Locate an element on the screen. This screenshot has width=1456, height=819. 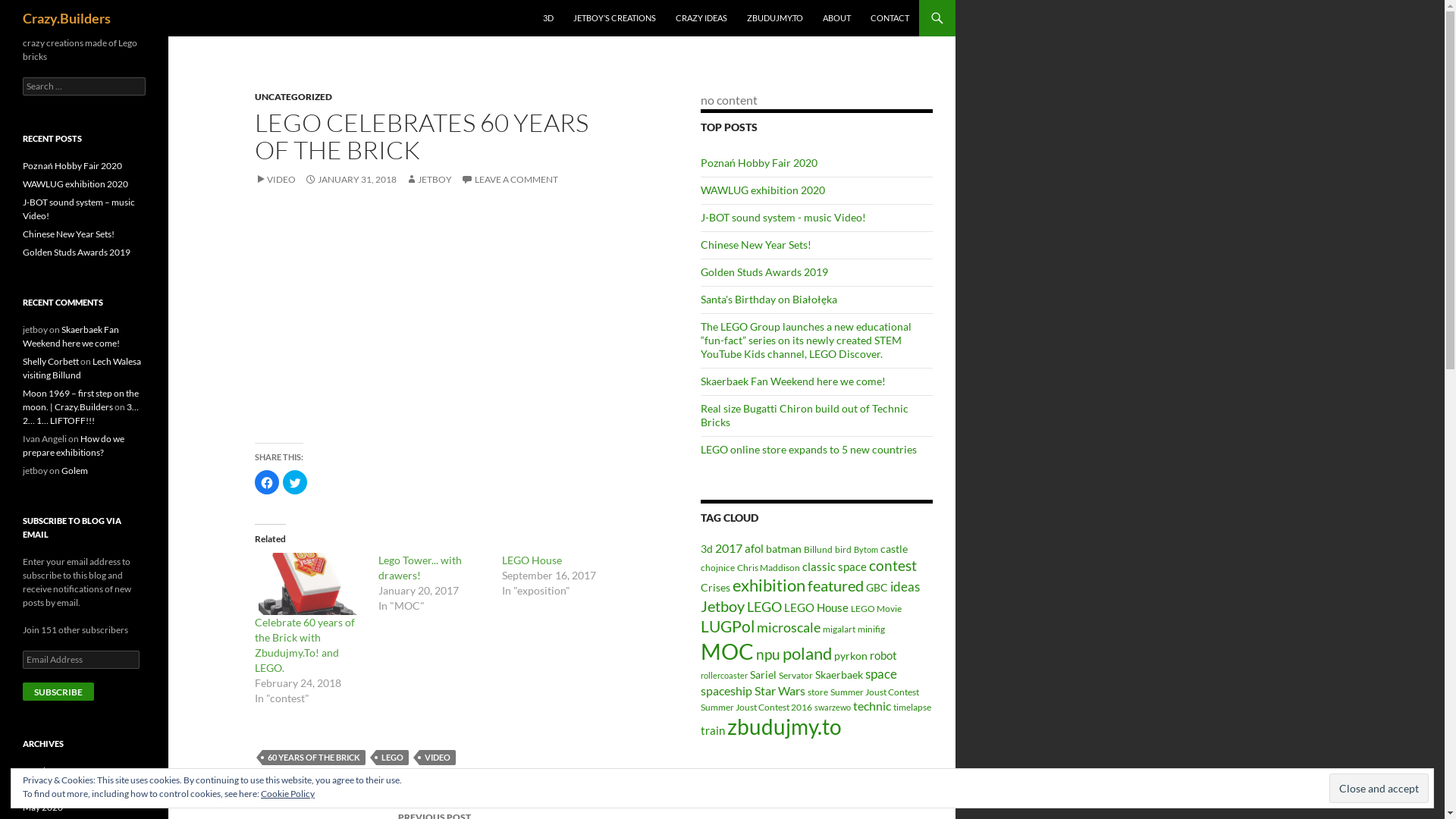
'Cookie Policy' is located at coordinates (287, 792).